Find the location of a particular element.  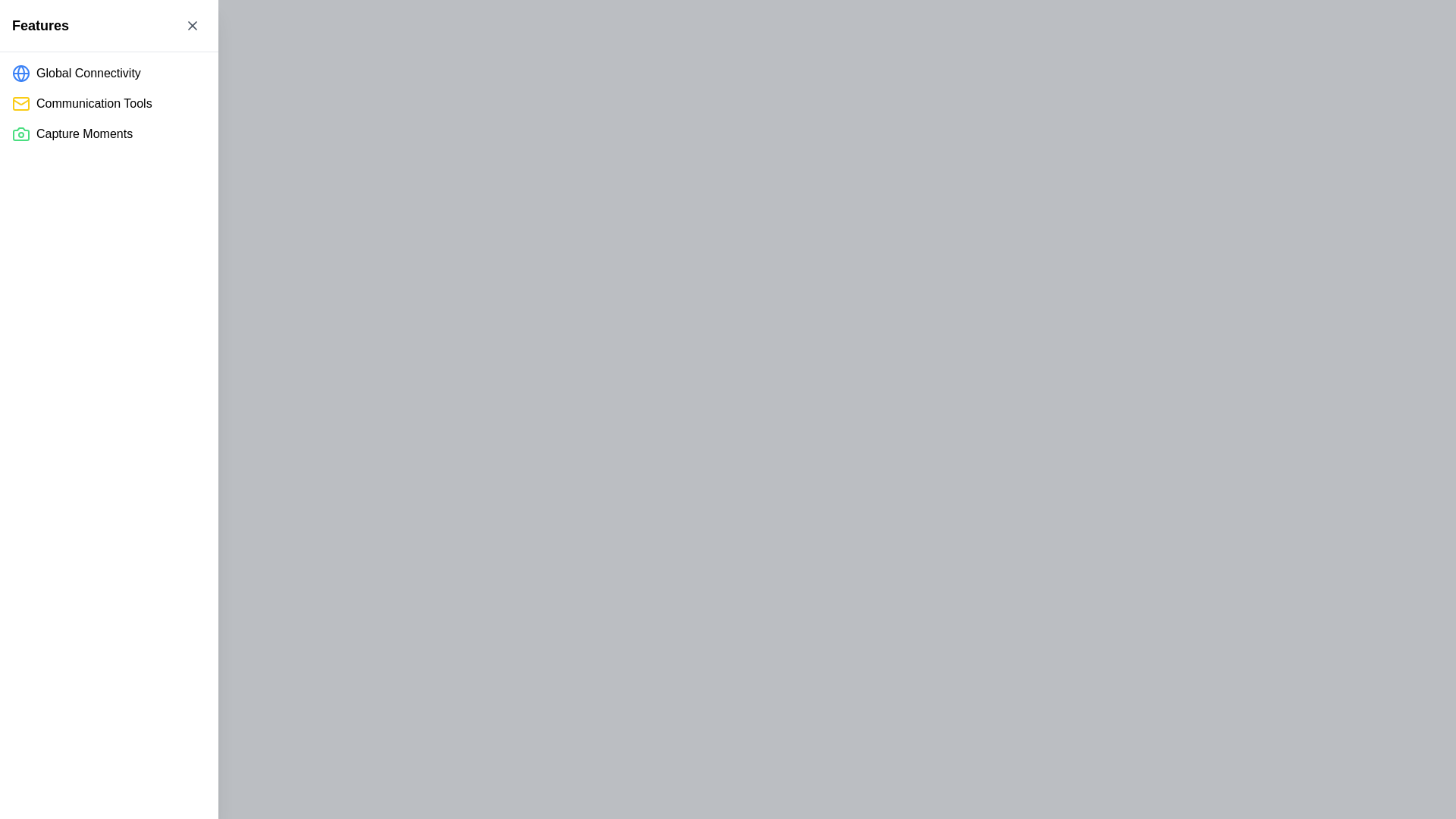

the 'Communication Tools' menu item located in the sidebar menu, which is the second item in a vertical list of features is located at coordinates (108, 103).